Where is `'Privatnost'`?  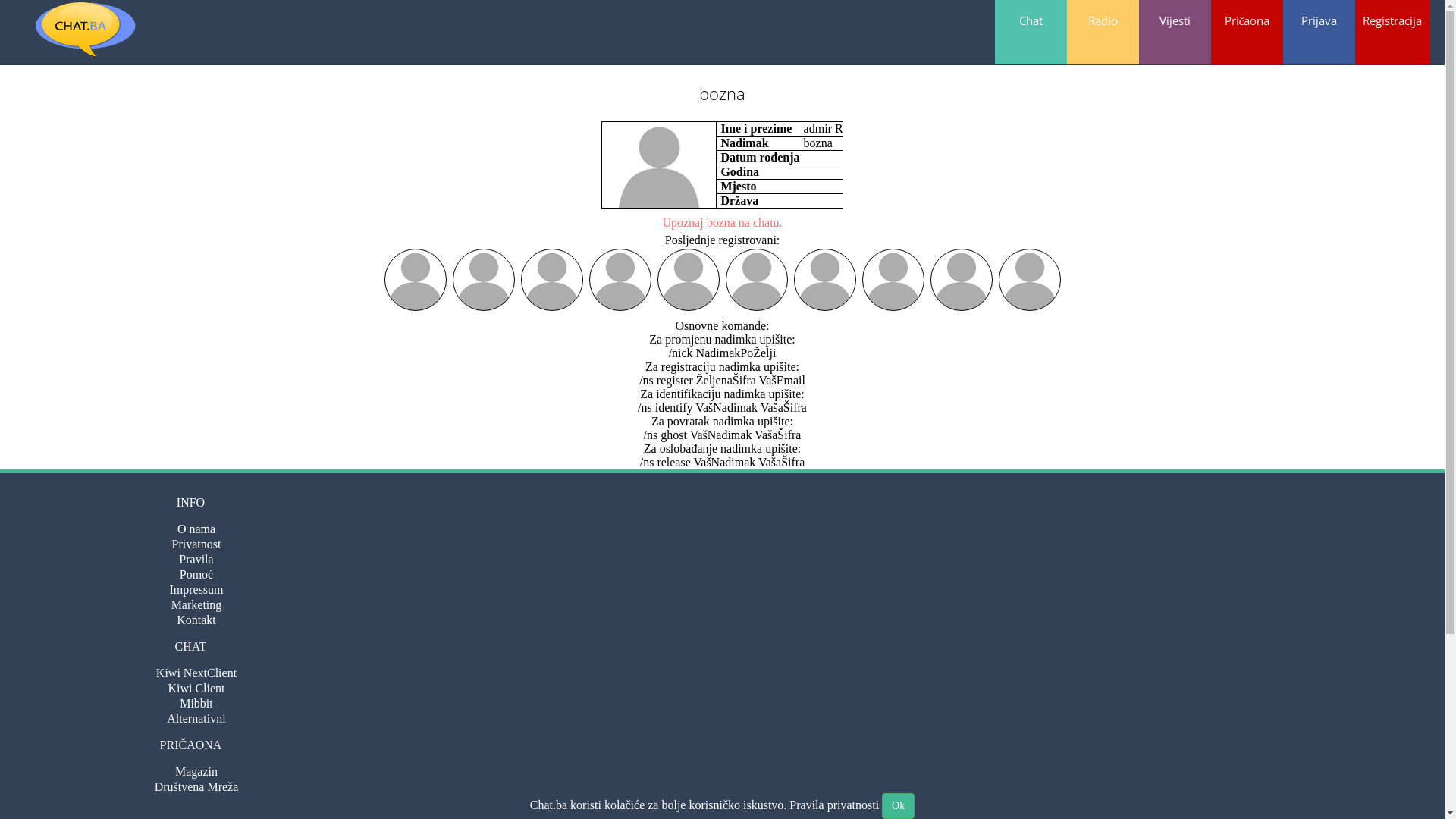
'Privatnost' is located at coordinates (196, 543).